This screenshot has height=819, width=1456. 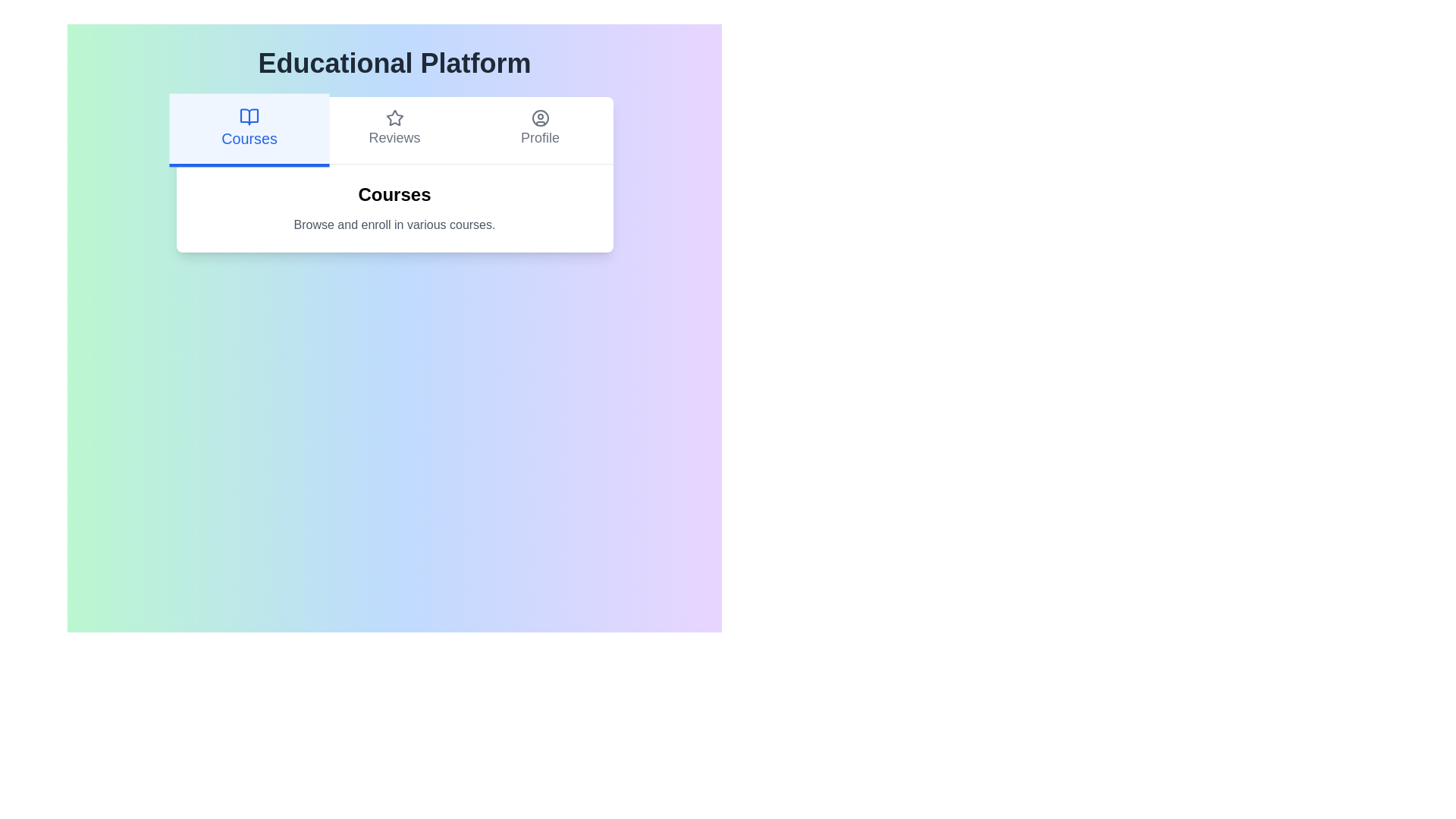 I want to click on the Courses tab to switch views, so click(x=249, y=130).